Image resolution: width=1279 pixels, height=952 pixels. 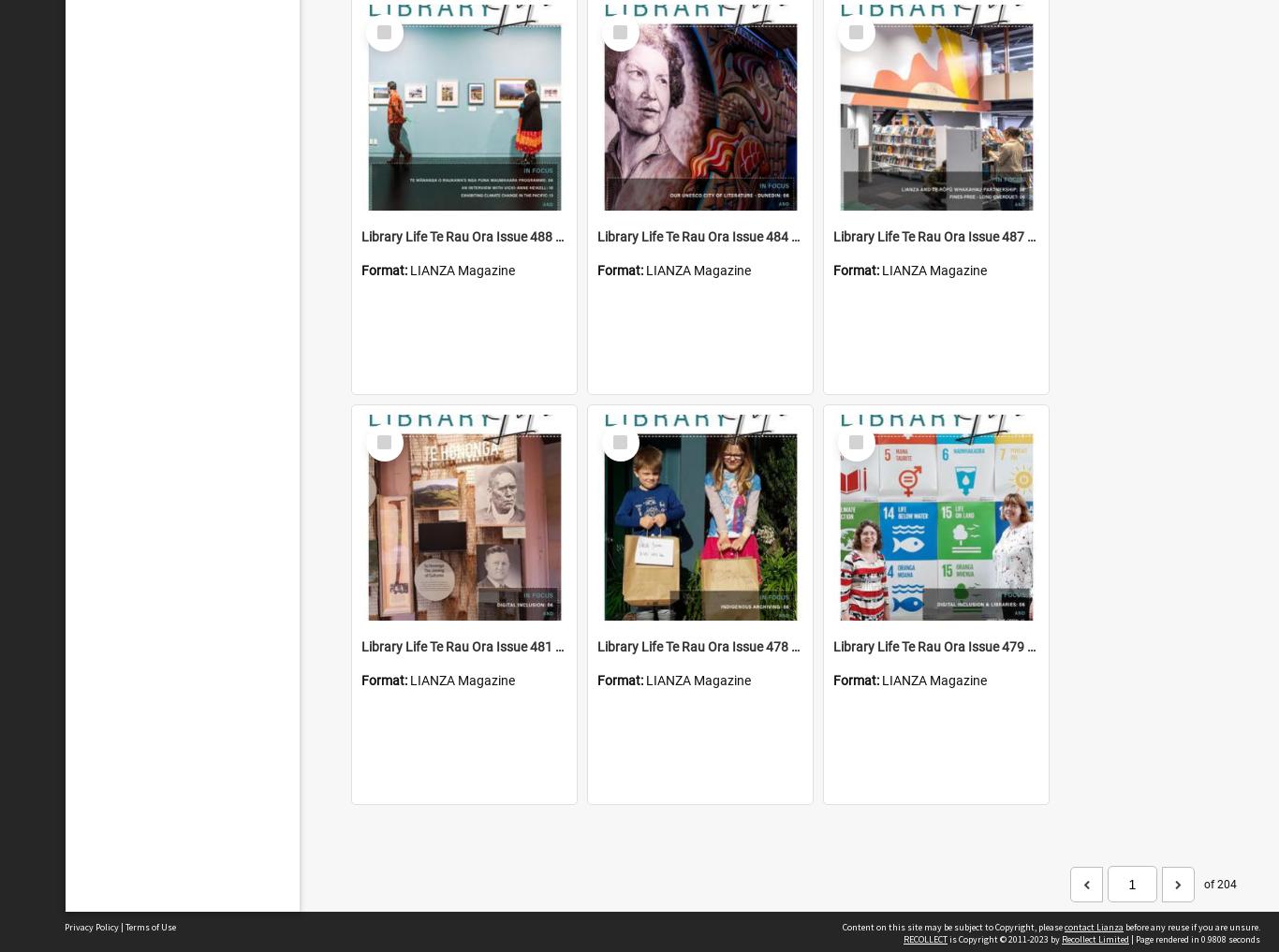 What do you see at coordinates (498, 645) in the screenshot?
I see `'Library Life Te Rau Ora Issue 481 October 2020'` at bounding box center [498, 645].